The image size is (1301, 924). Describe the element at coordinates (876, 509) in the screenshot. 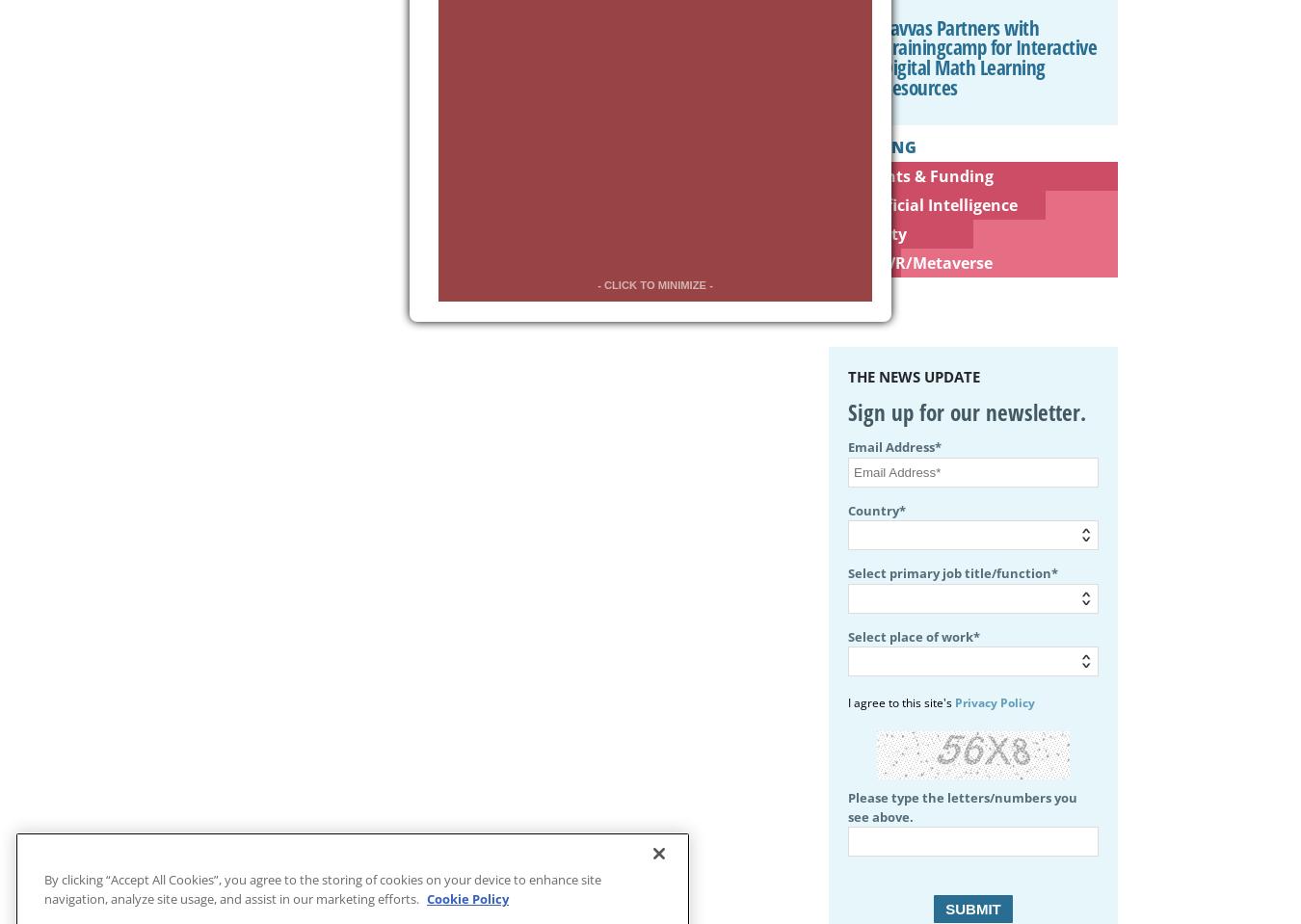

I see `'Country*'` at that location.